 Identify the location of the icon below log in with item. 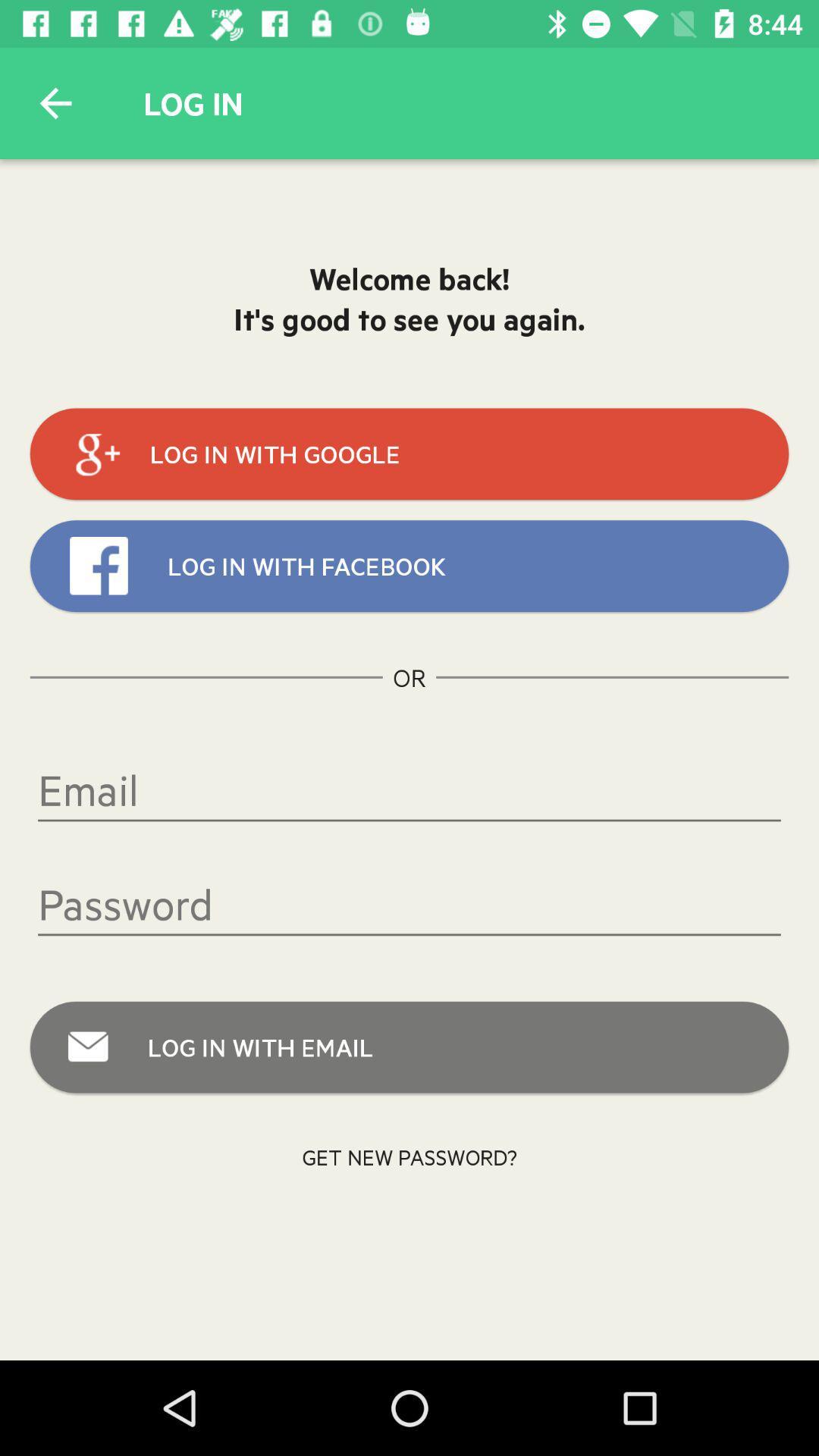
(409, 1156).